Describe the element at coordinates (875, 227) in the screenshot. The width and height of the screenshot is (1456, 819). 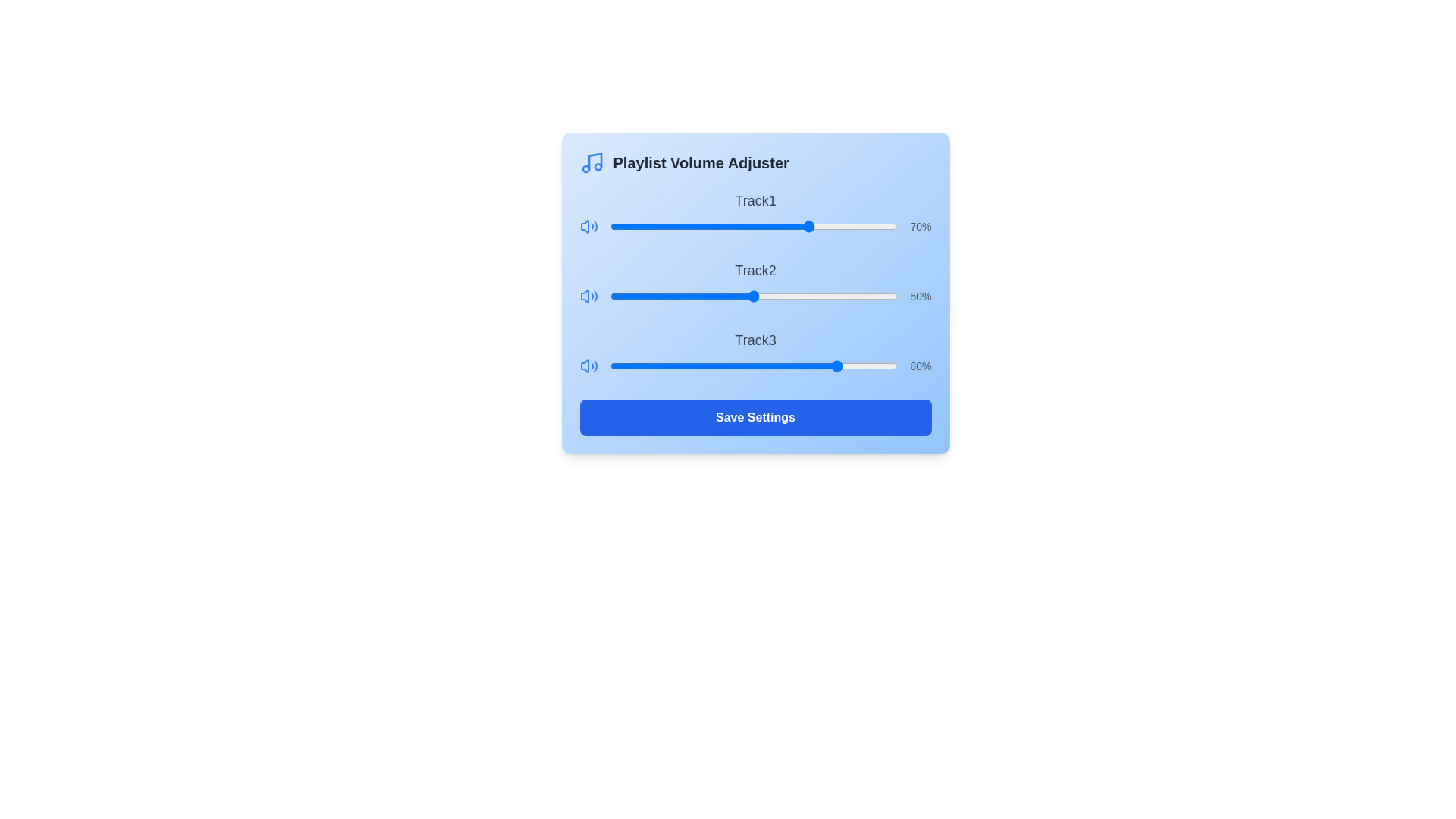
I see `the volume slider for Track1 to 92%` at that location.